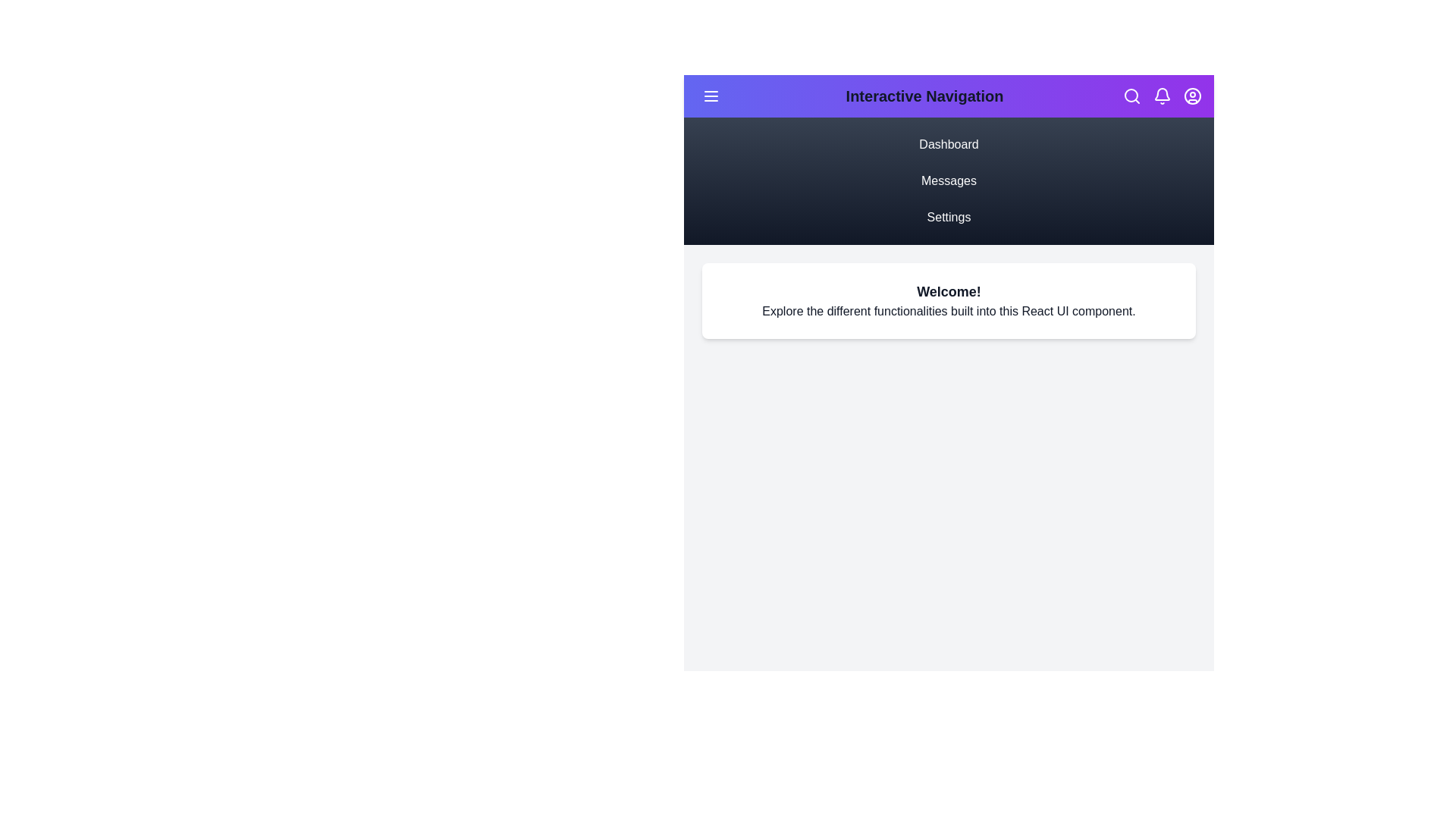 The width and height of the screenshot is (1456, 819). I want to click on the menu toggle button to toggle the menu visibility, so click(710, 96).